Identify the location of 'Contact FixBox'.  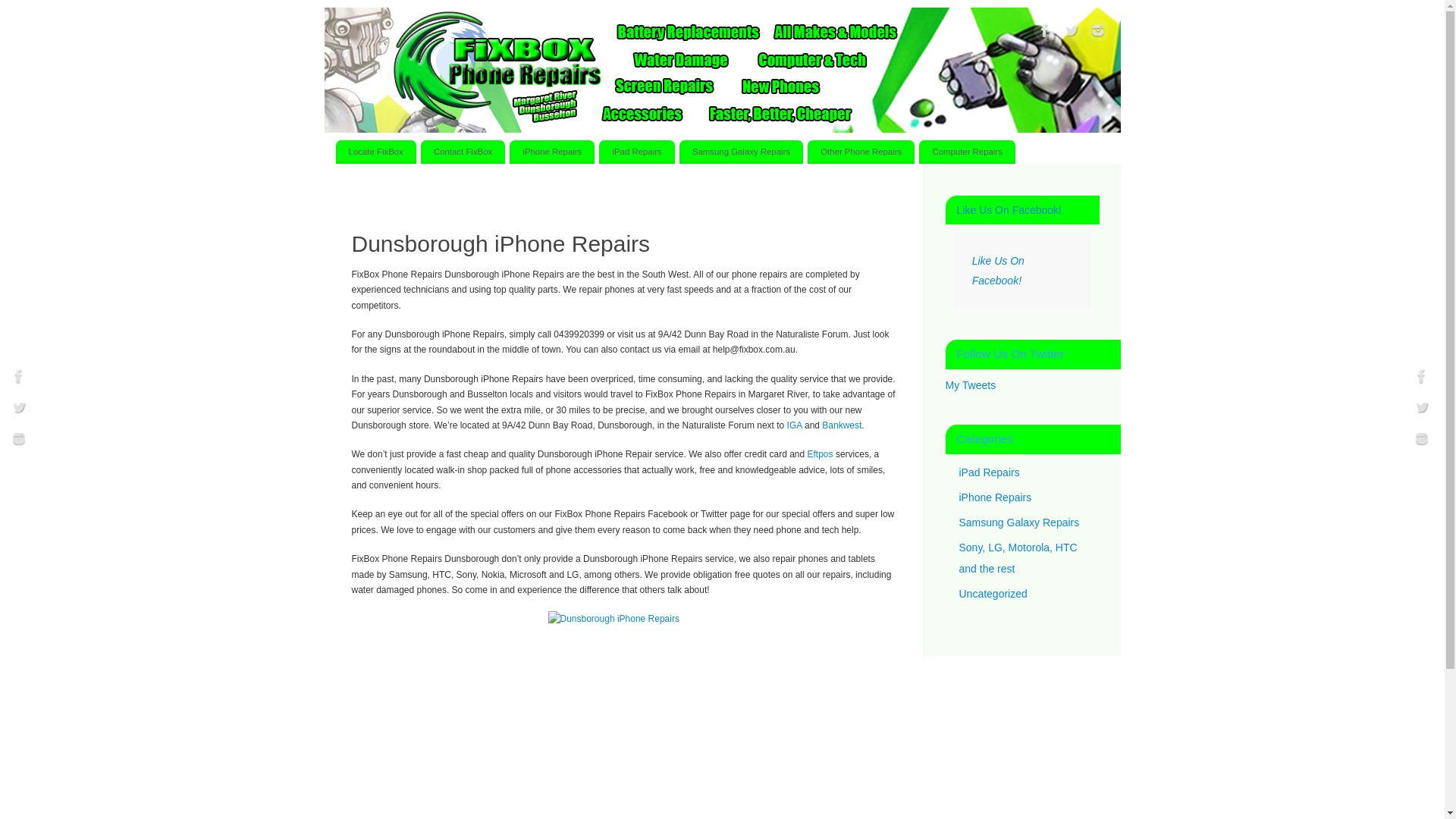
(462, 152).